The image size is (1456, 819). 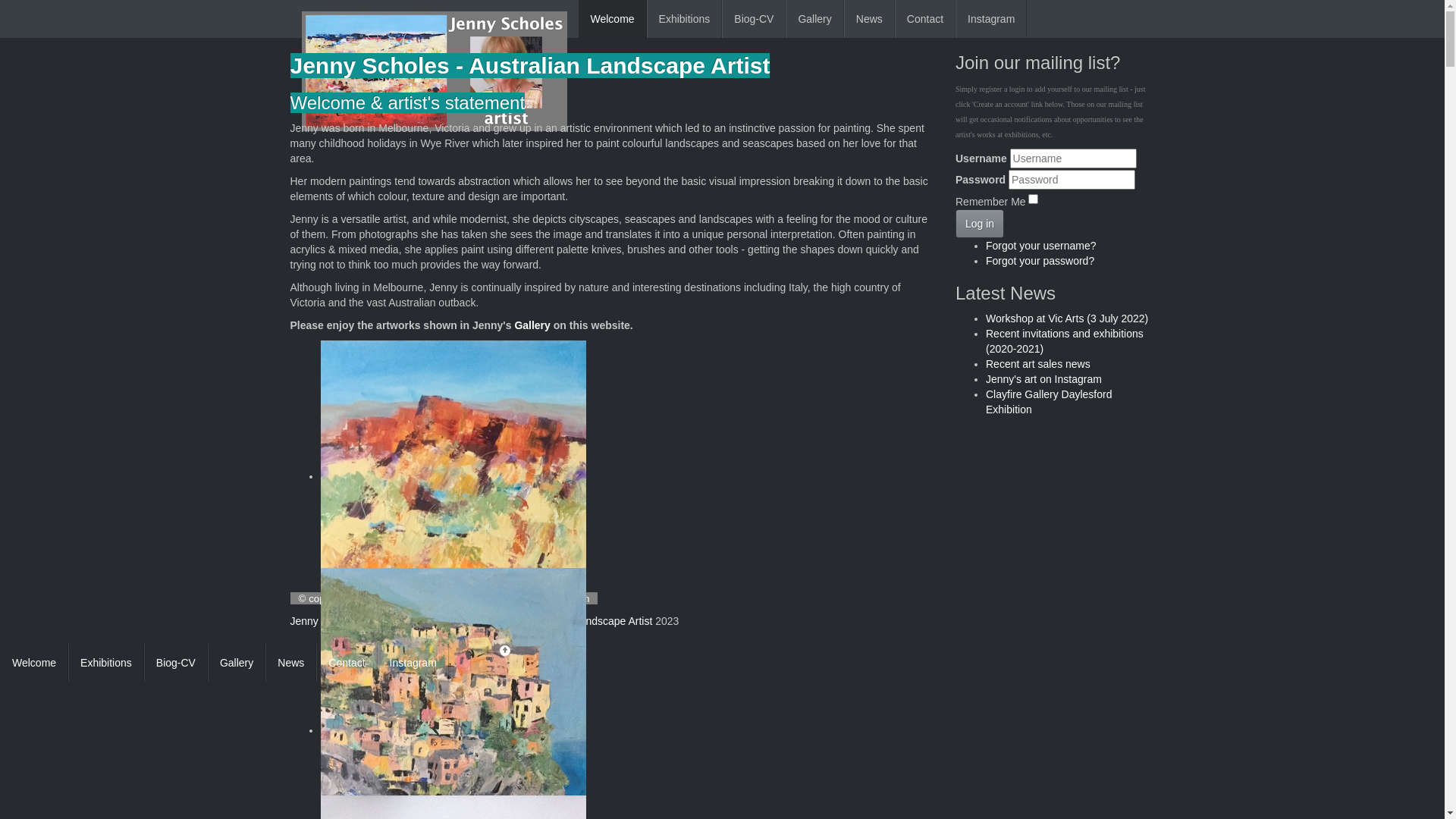 I want to click on 'News', so click(x=290, y=662).